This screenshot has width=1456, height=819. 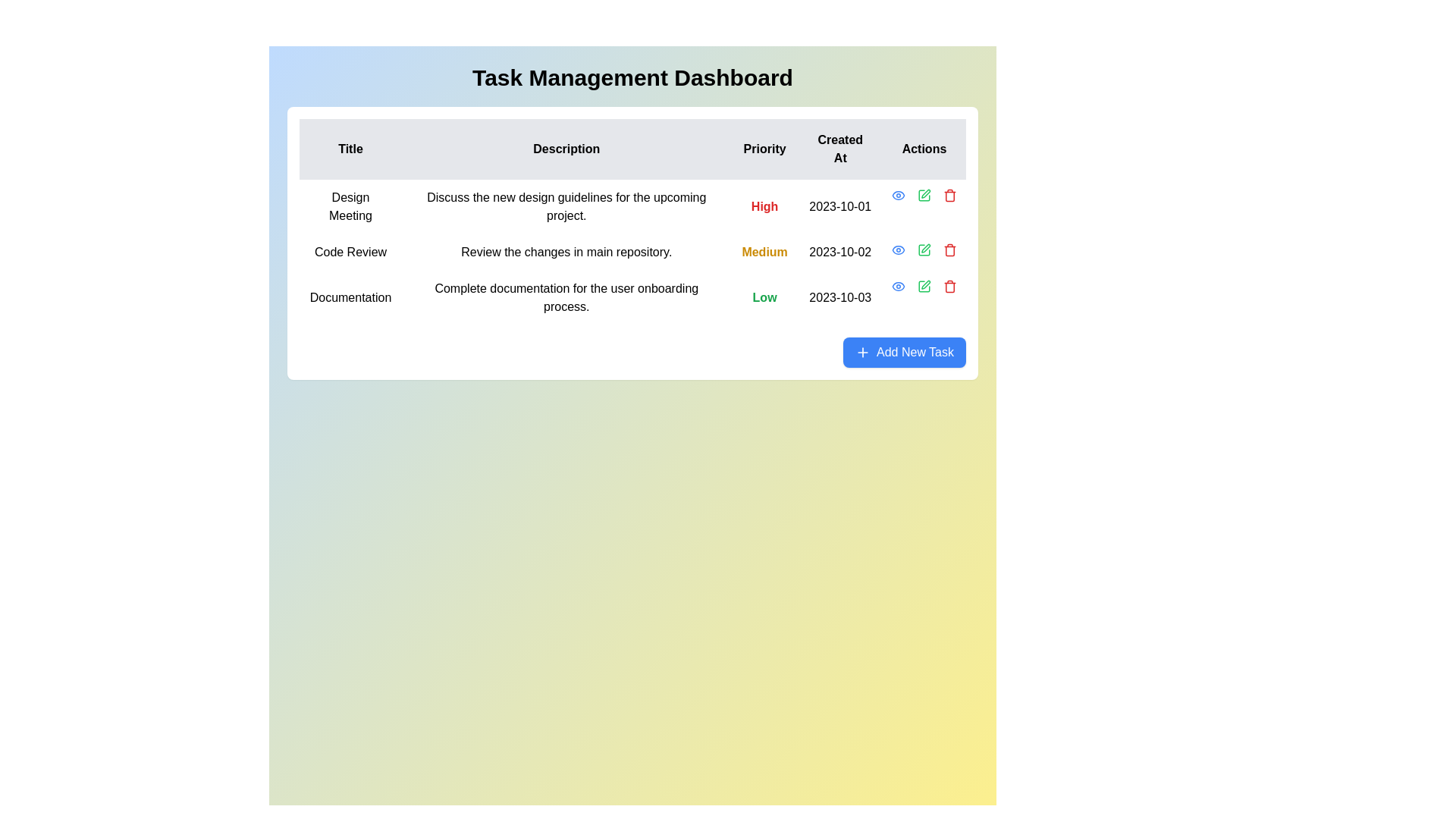 I want to click on the eye-shaped icon button in the 'Actions' column of the 'Code Review' task to observe the hover effect, so click(x=899, y=249).